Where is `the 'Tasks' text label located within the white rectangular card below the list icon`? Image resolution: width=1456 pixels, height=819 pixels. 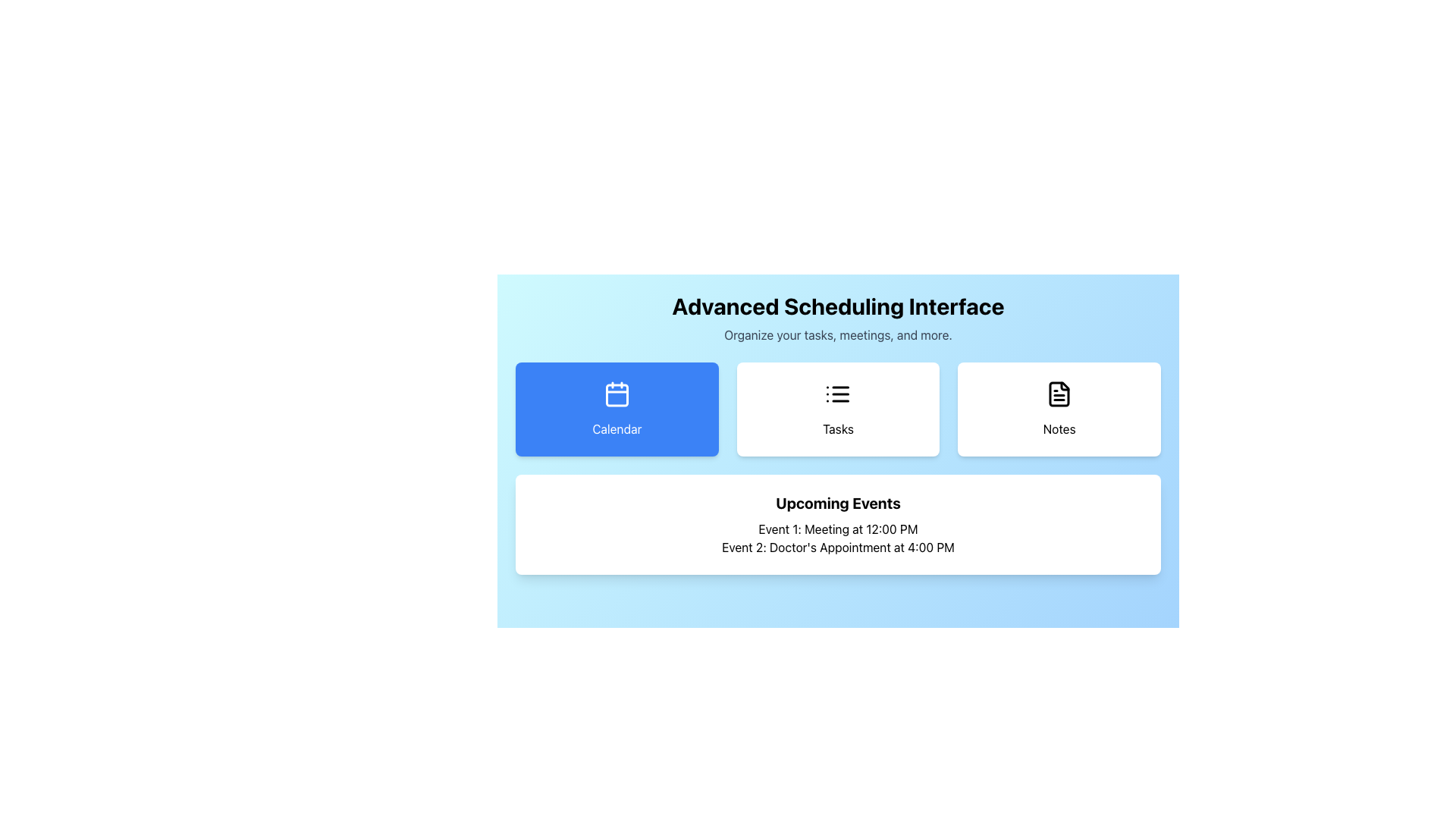 the 'Tasks' text label located within the white rectangular card below the list icon is located at coordinates (837, 429).